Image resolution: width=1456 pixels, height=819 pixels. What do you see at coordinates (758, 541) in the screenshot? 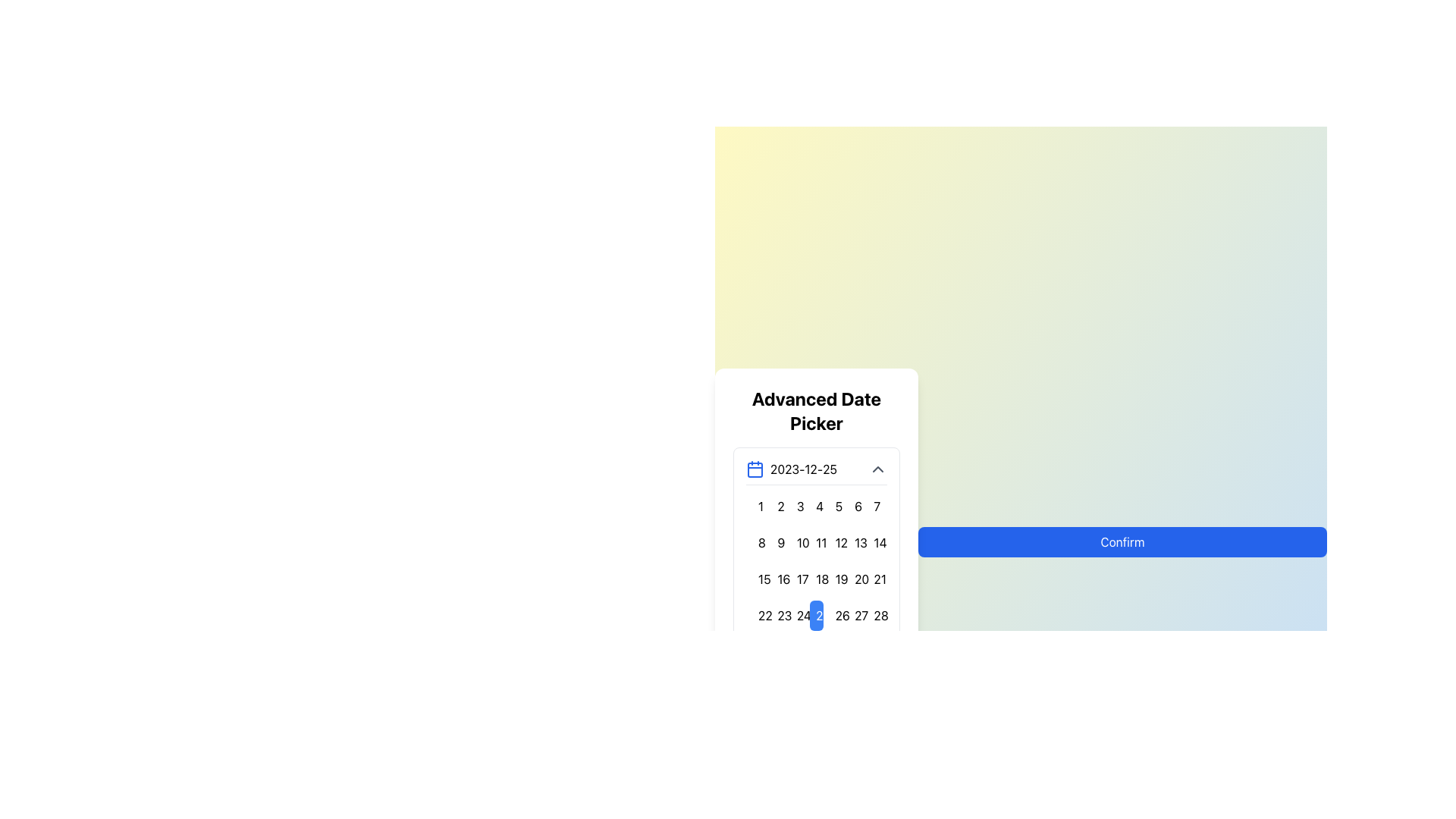
I see `the button representing the calendar date '8'` at bounding box center [758, 541].